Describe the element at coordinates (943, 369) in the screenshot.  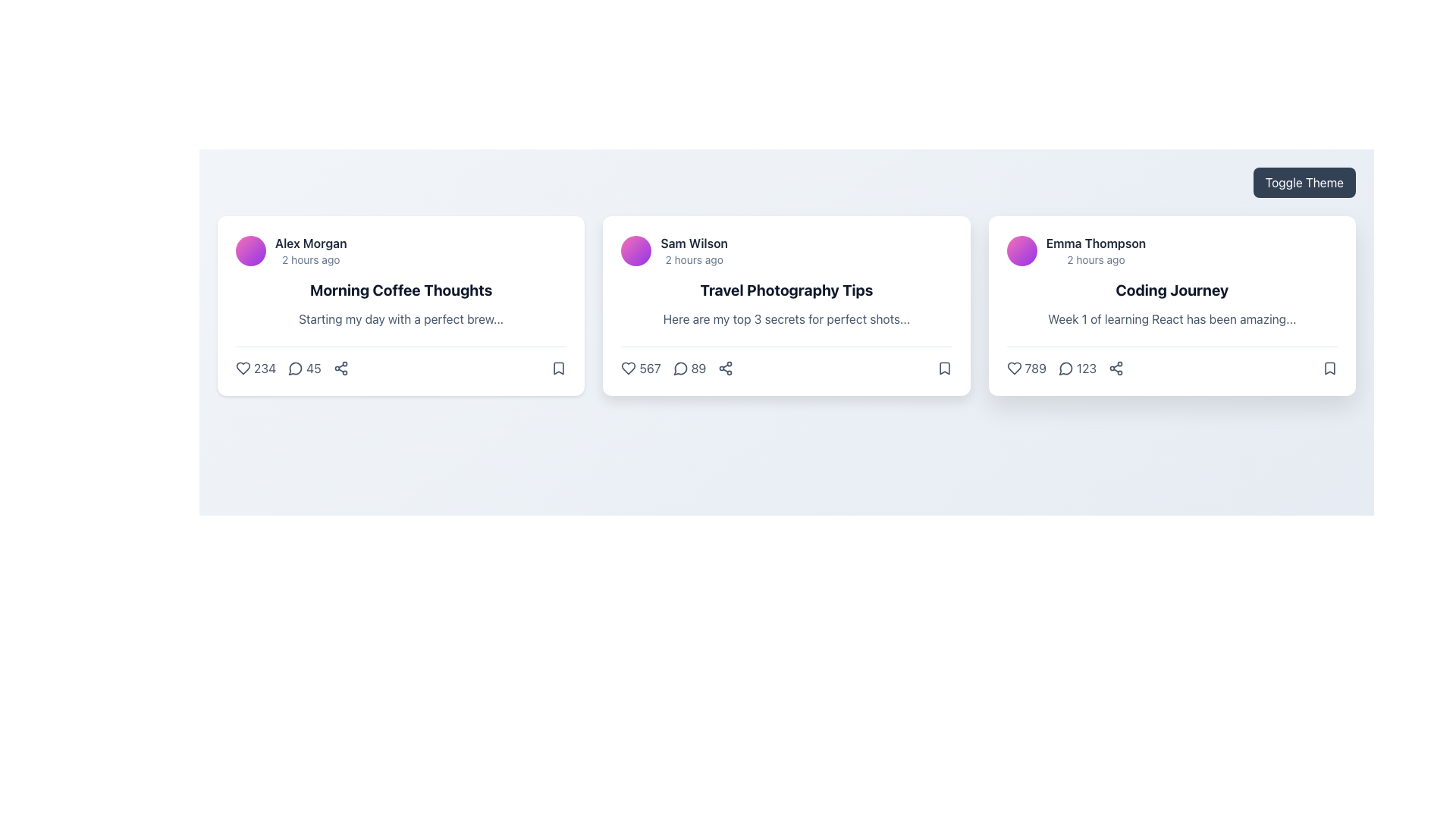
I see `the bookmark icon, which is a small vertical rectangle with a triangular cut at the top, located at the bottom-right corner of the third card in a horizontal list of cards` at that location.